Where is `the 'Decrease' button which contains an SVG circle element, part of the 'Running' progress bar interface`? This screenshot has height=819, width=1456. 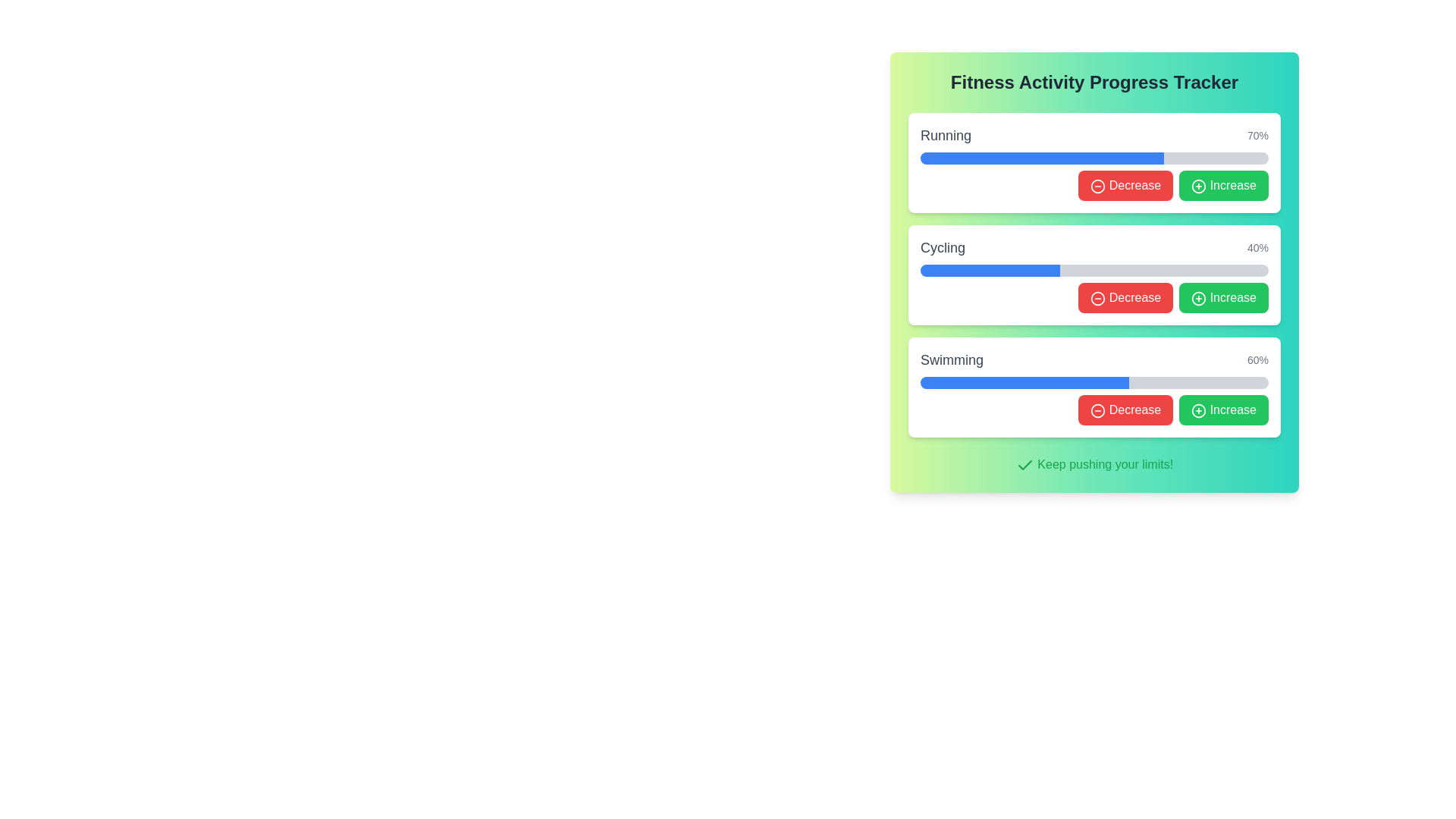 the 'Decrease' button which contains an SVG circle element, part of the 'Running' progress bar interface is located at coordinates (1098, 185).